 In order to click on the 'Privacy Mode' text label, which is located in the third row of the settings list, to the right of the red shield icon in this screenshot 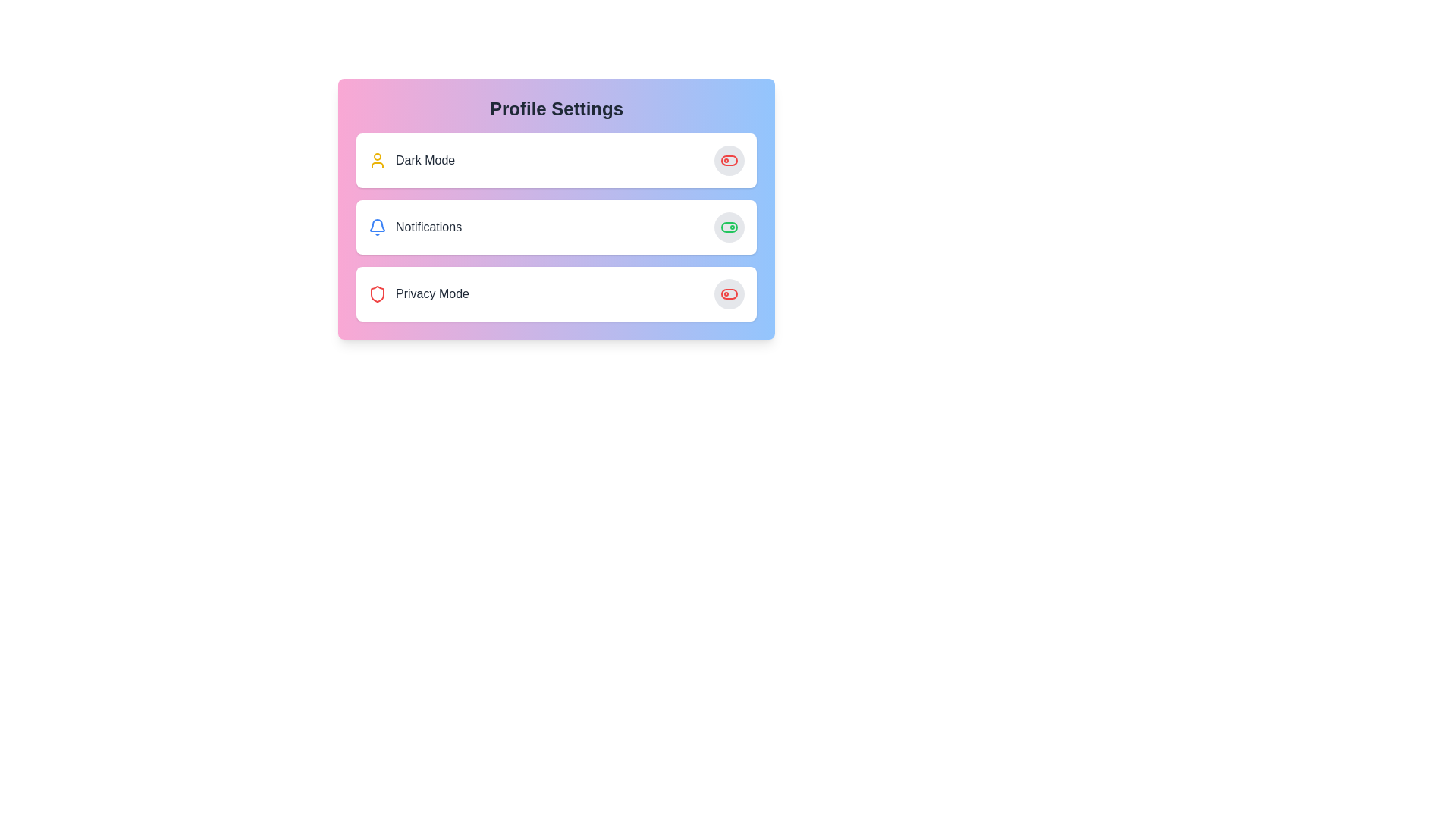, I will do `click(431, 294)`.